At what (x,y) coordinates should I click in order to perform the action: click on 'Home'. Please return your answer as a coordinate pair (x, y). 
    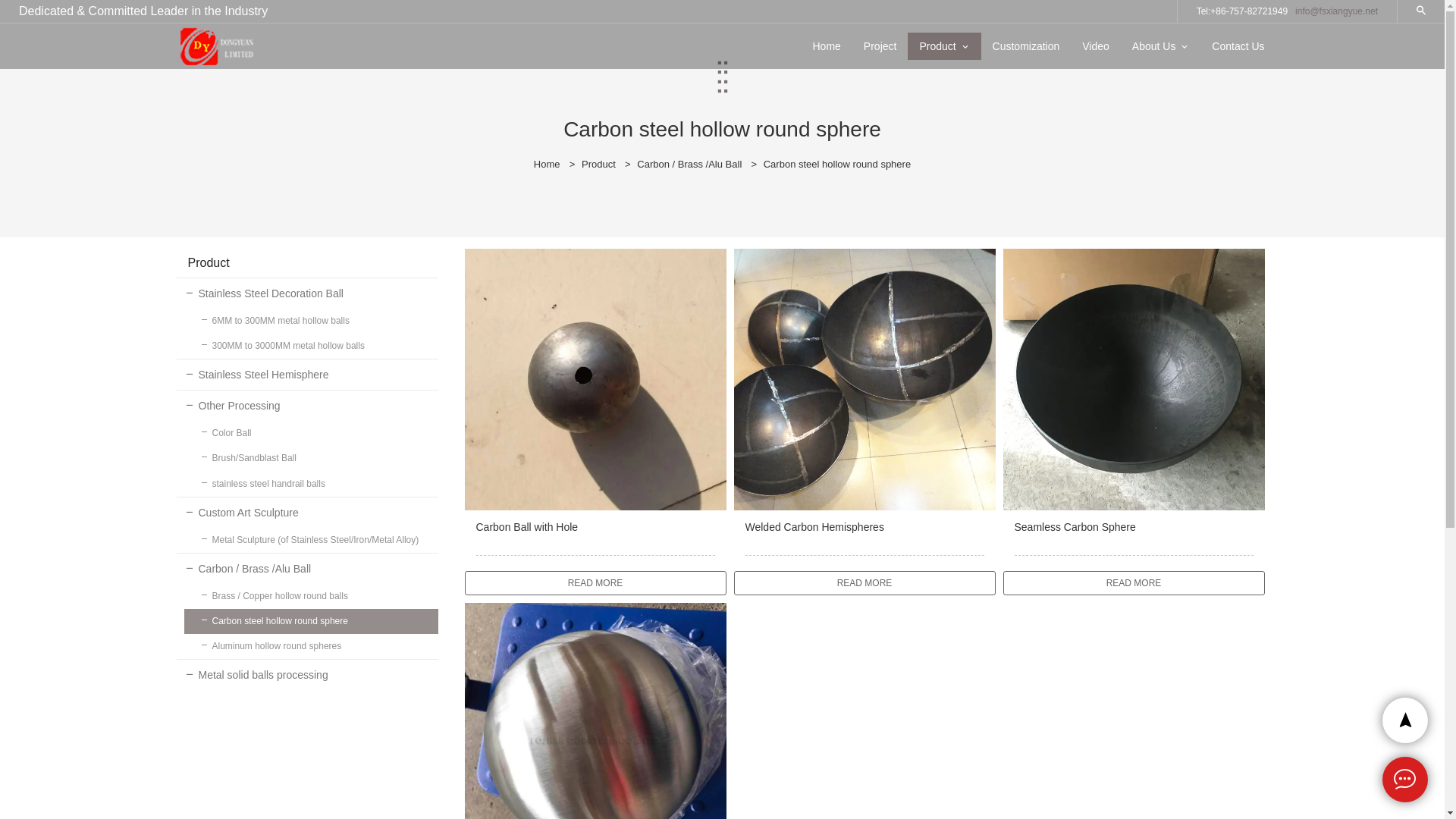
    Looking at the image, I should click on (546, 164).